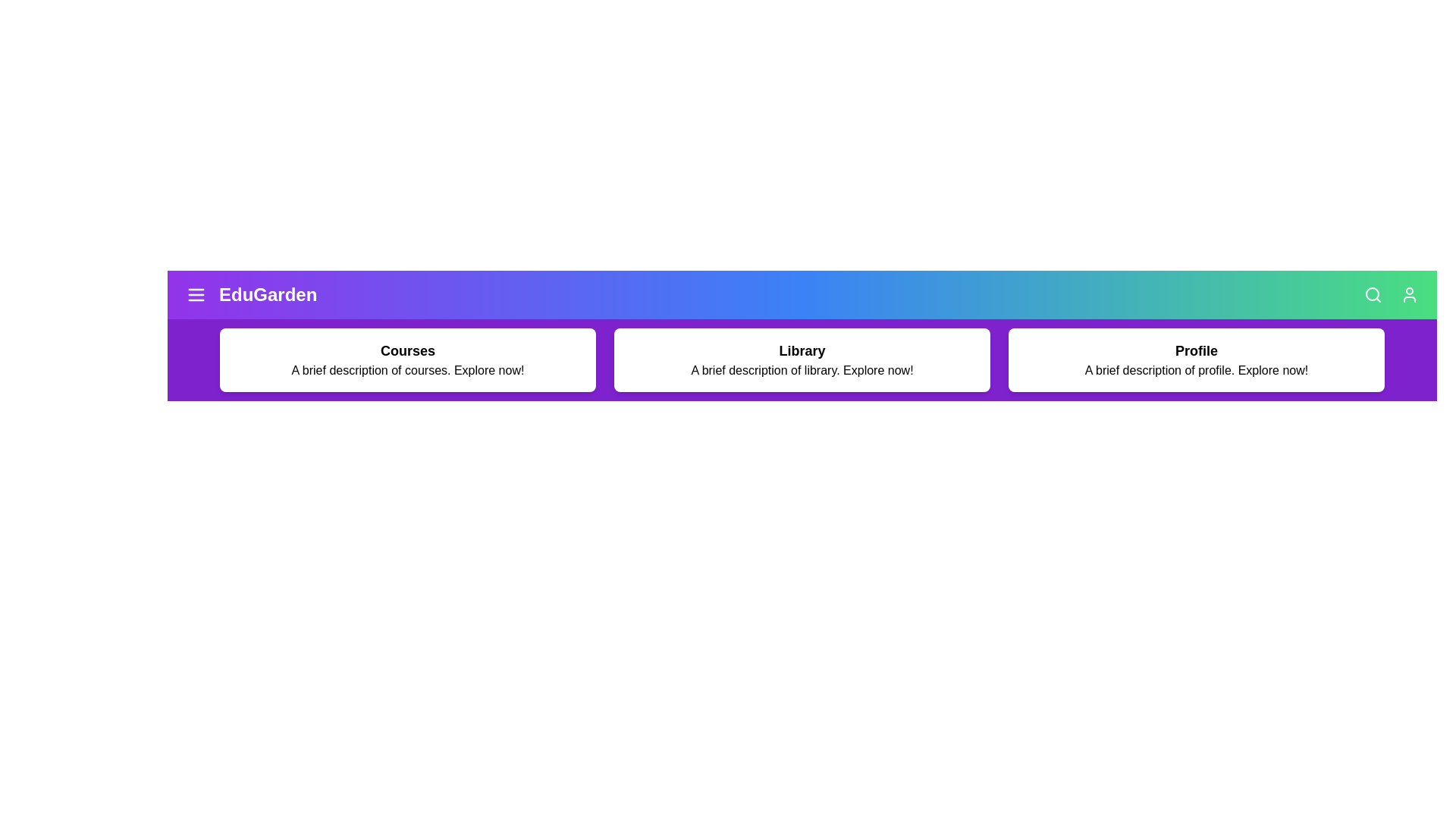 The width and height of the screenshot is (1456, 819). I want to click on the 'Courses' card to explore courses, so click(407, 359).